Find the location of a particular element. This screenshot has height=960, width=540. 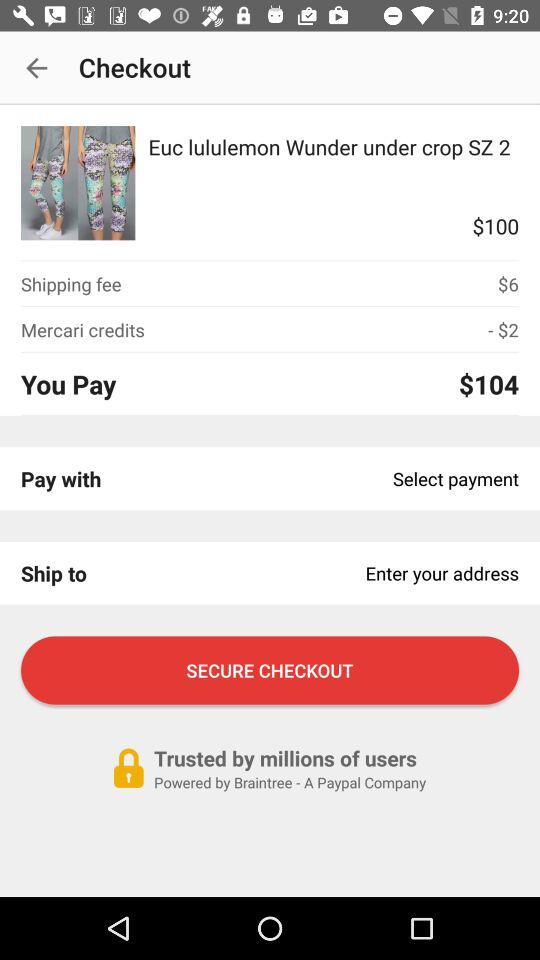

the item next to checkout item is located at coordinates (36, 68).